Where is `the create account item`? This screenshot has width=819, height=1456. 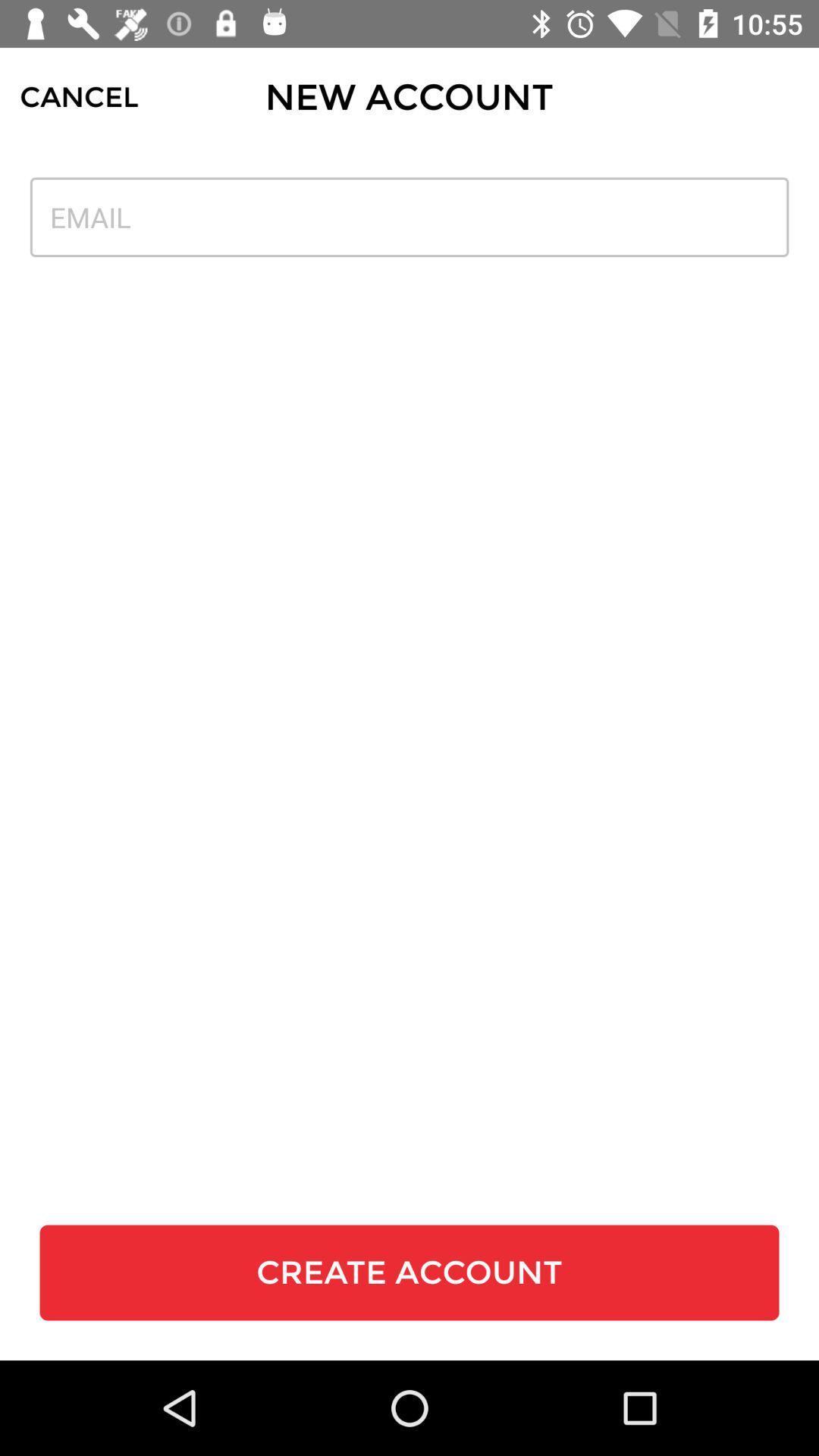
the create account item is located at coordinates (409, 1272).